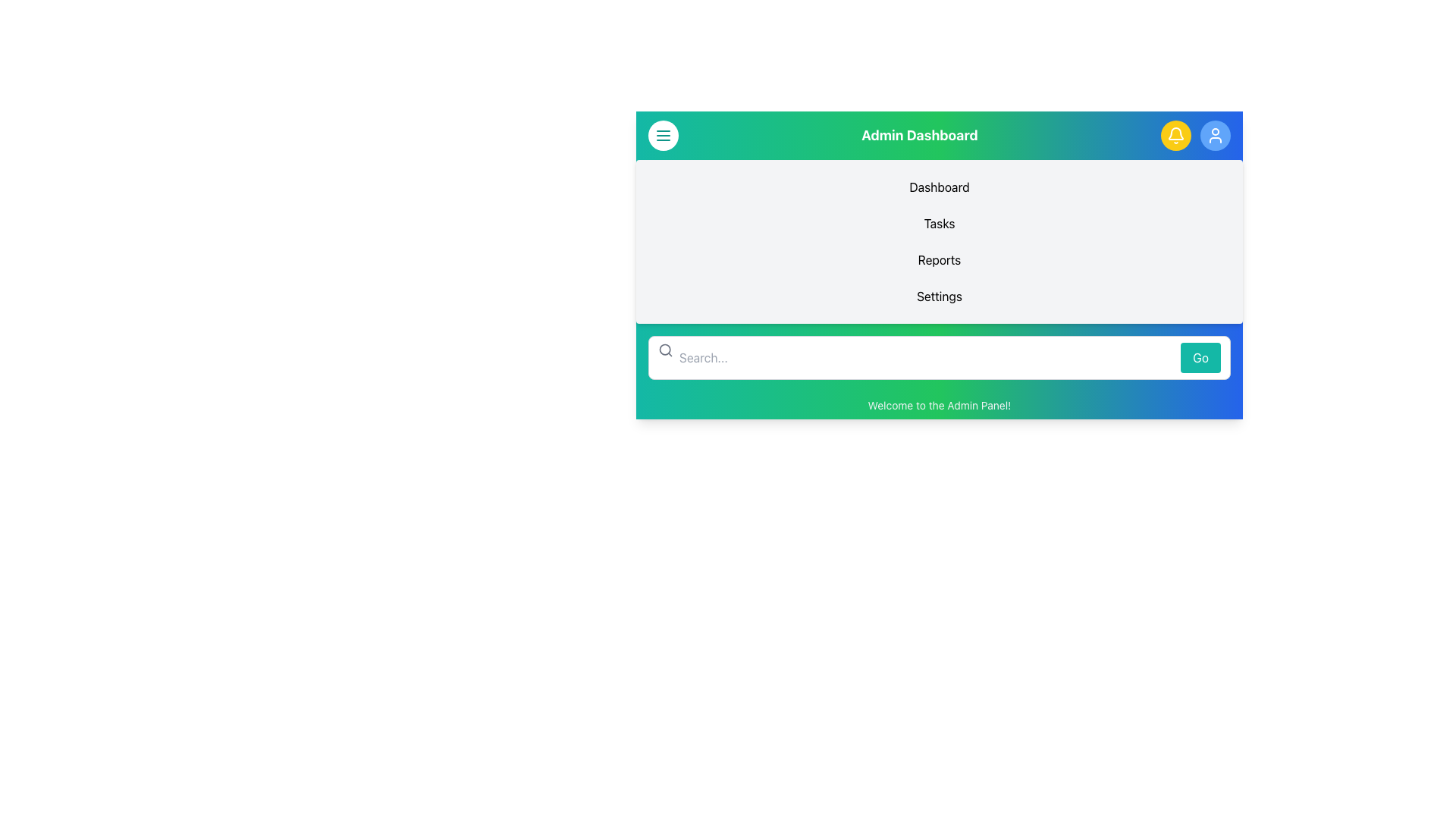 The image size is (1456, 819). What do you see at coordinates (663, 134) in the screenshot?
I see `the menu toggle button with an icon located in the header bar, positioned to the left of the 'Admin Dashboard' text` at bounding box center [663, 134].